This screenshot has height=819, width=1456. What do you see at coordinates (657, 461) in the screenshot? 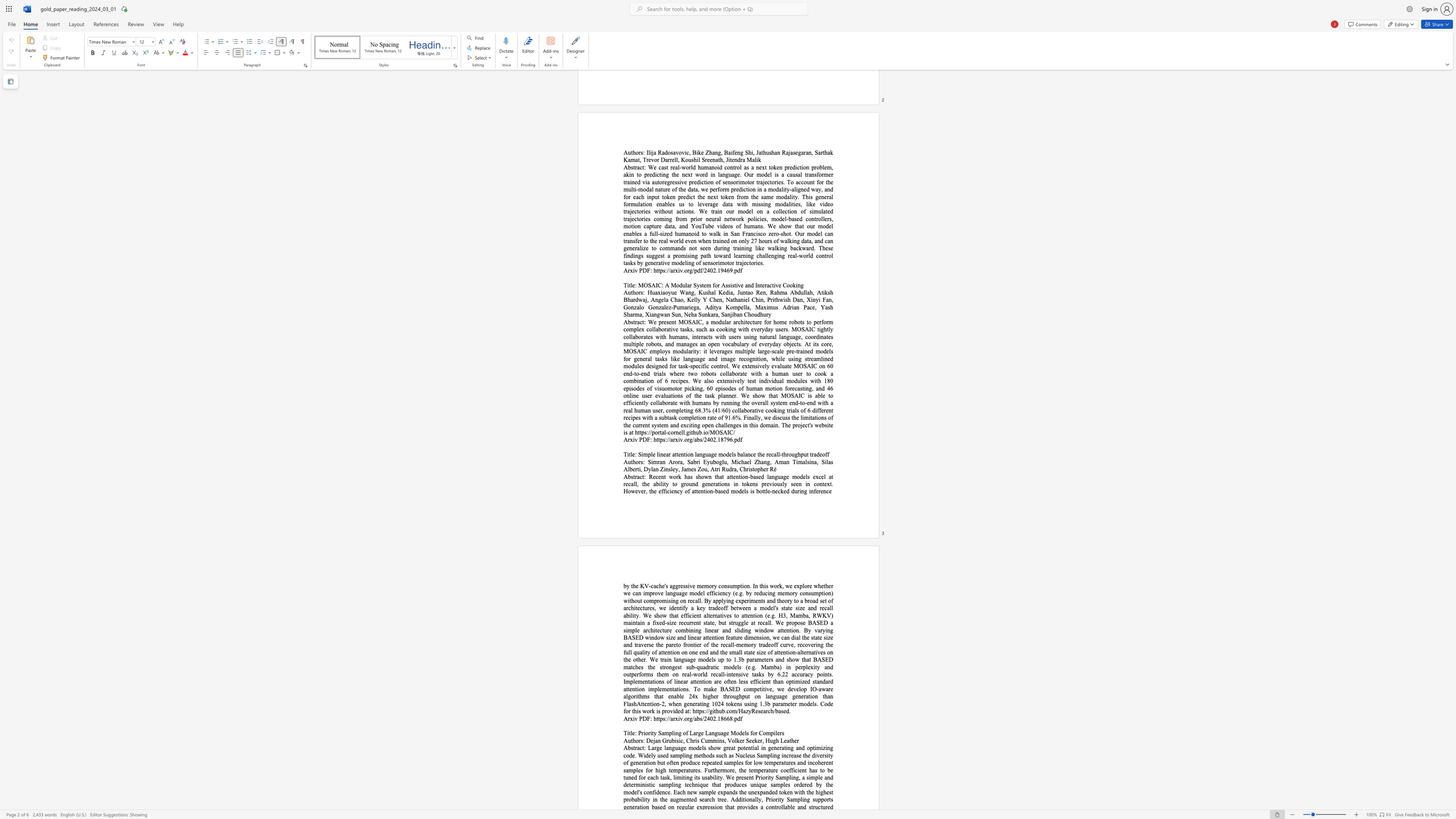
I see `the subset text "ran Arora, Sabri Eyuboglu, Michael Zhang, Aman Timalsin" within the text "Simran Arora, Sabri Eyuboglu, Michael Zhang, Aman Timalsina, Silas Alberti, Dylan Zinsley, James Zou, Atri Rudra, Christopher Ré"` at bounding box center [657, 461].